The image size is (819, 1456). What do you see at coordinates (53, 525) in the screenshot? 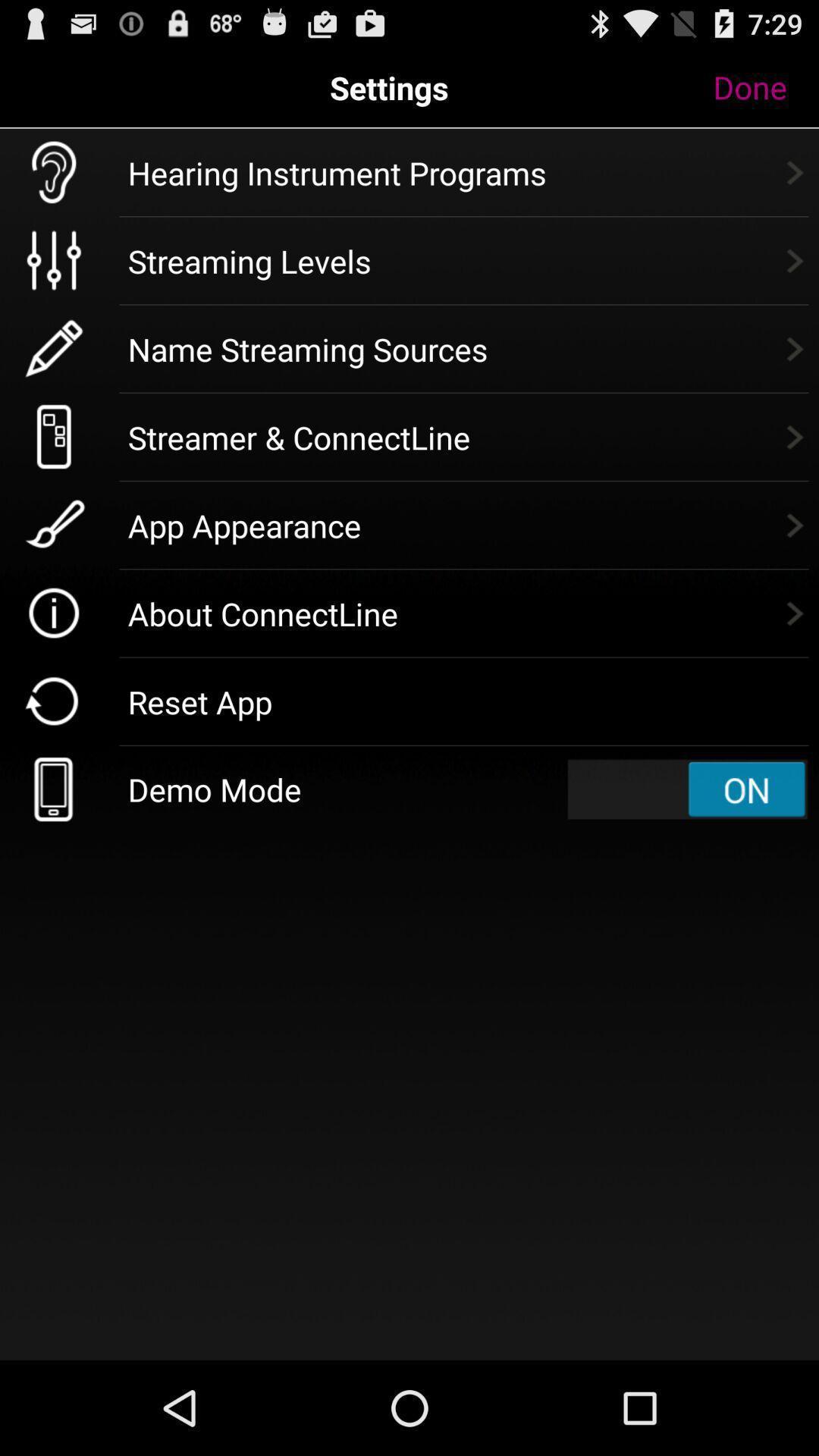
I see `the app appearance icone` at bounding box center [53, 525].